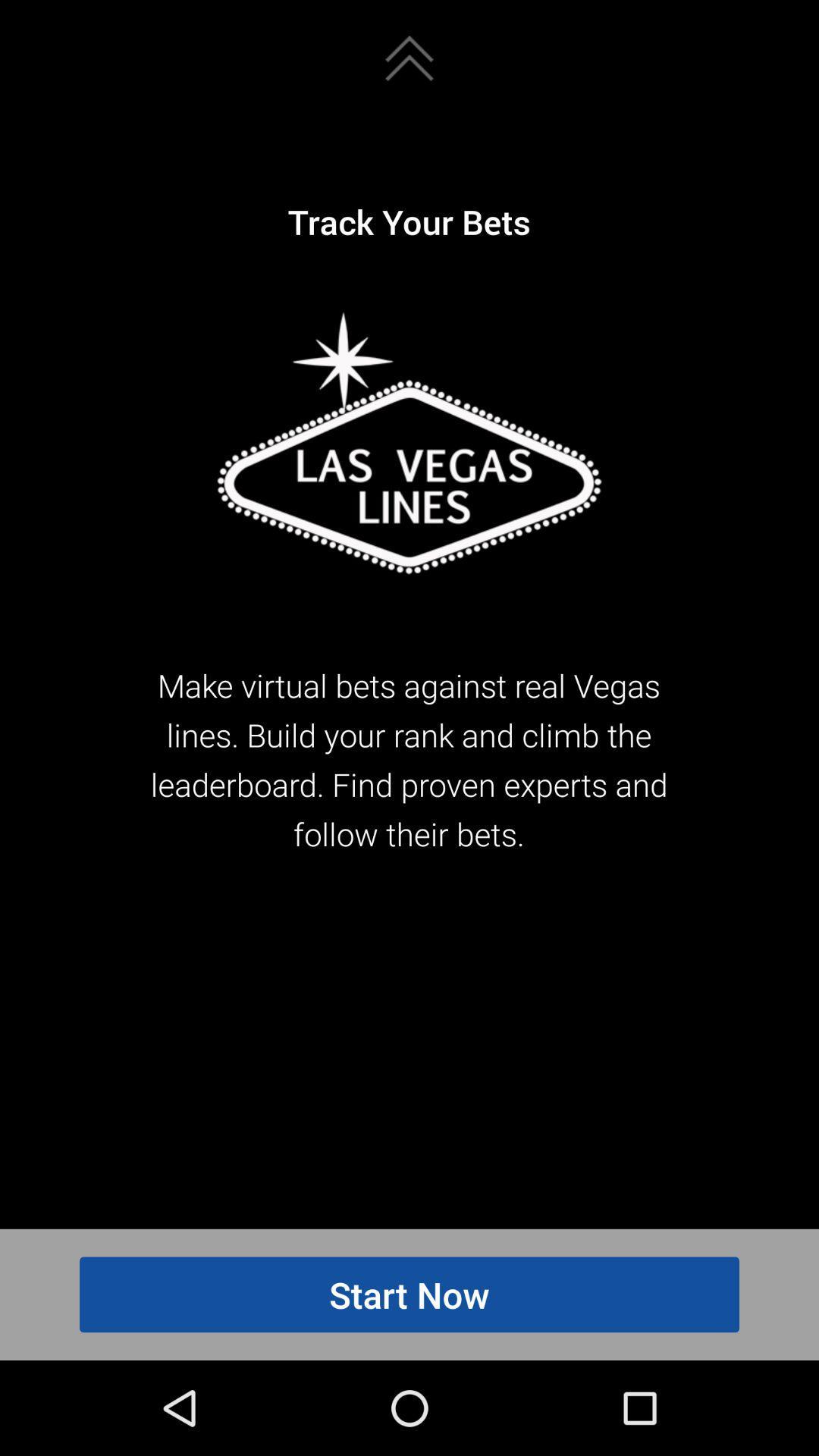 Image resolution: width=819 pixels, height=1456 pixels. What do you see at coordinates (409, 1294) in the screenshot?
I see `item below make virtual bets icon` at bounding box center [409, 1294].